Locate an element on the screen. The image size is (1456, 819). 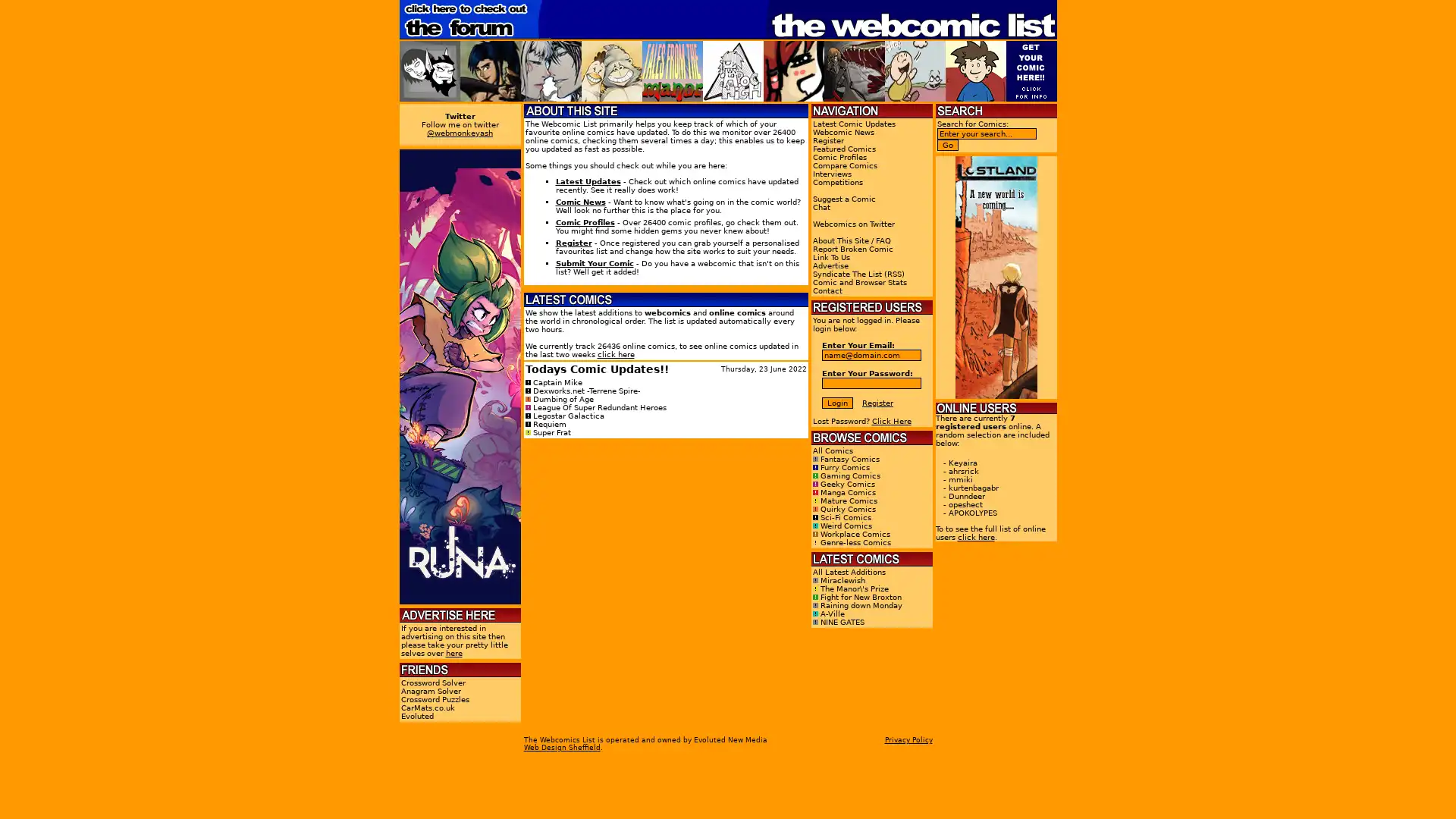
Go is located at coordinates (946, 145).